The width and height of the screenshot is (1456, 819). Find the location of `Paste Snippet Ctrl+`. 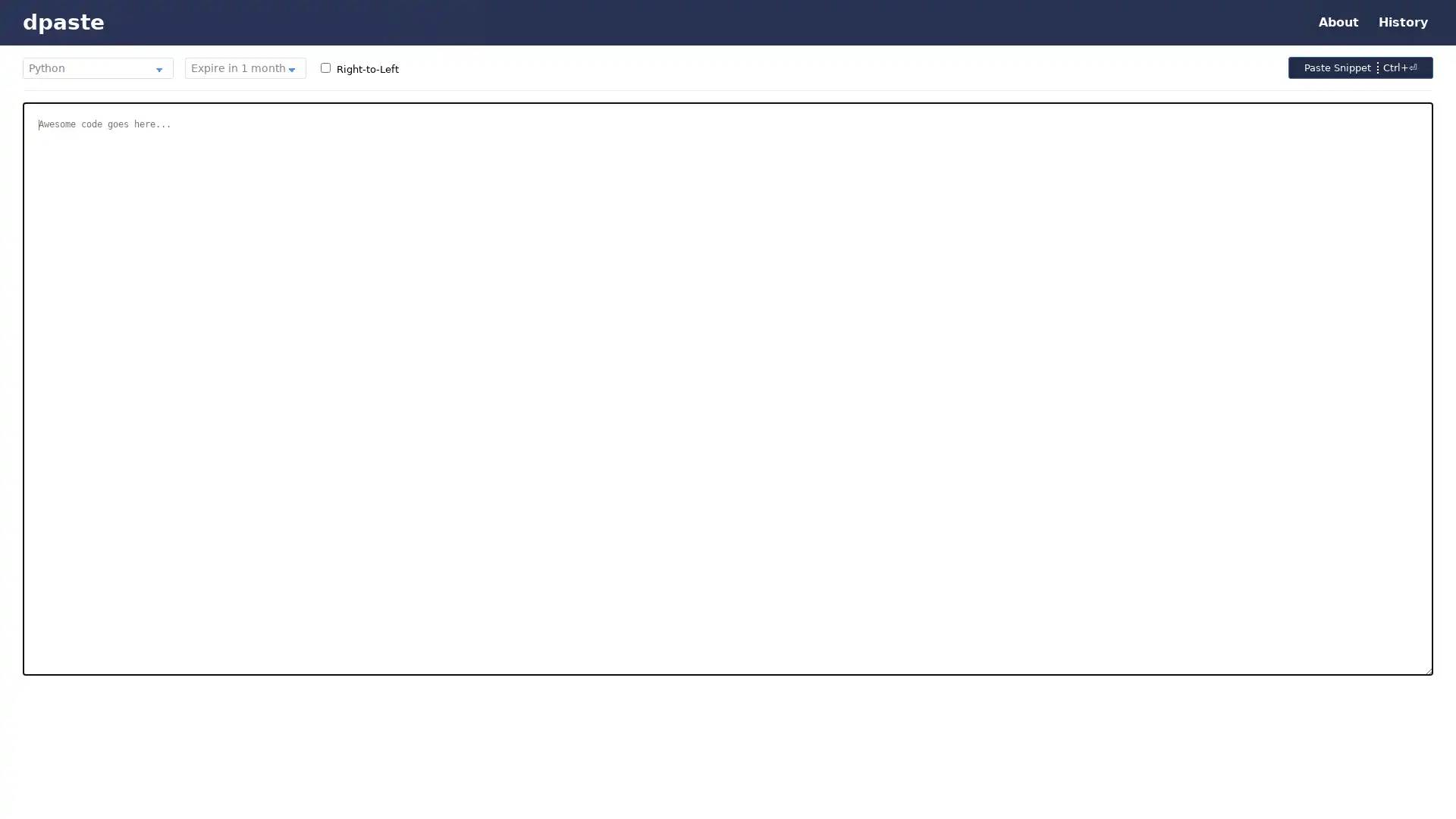

Paste Snippet Ctrl+ is located at coordinates (1360, 67).